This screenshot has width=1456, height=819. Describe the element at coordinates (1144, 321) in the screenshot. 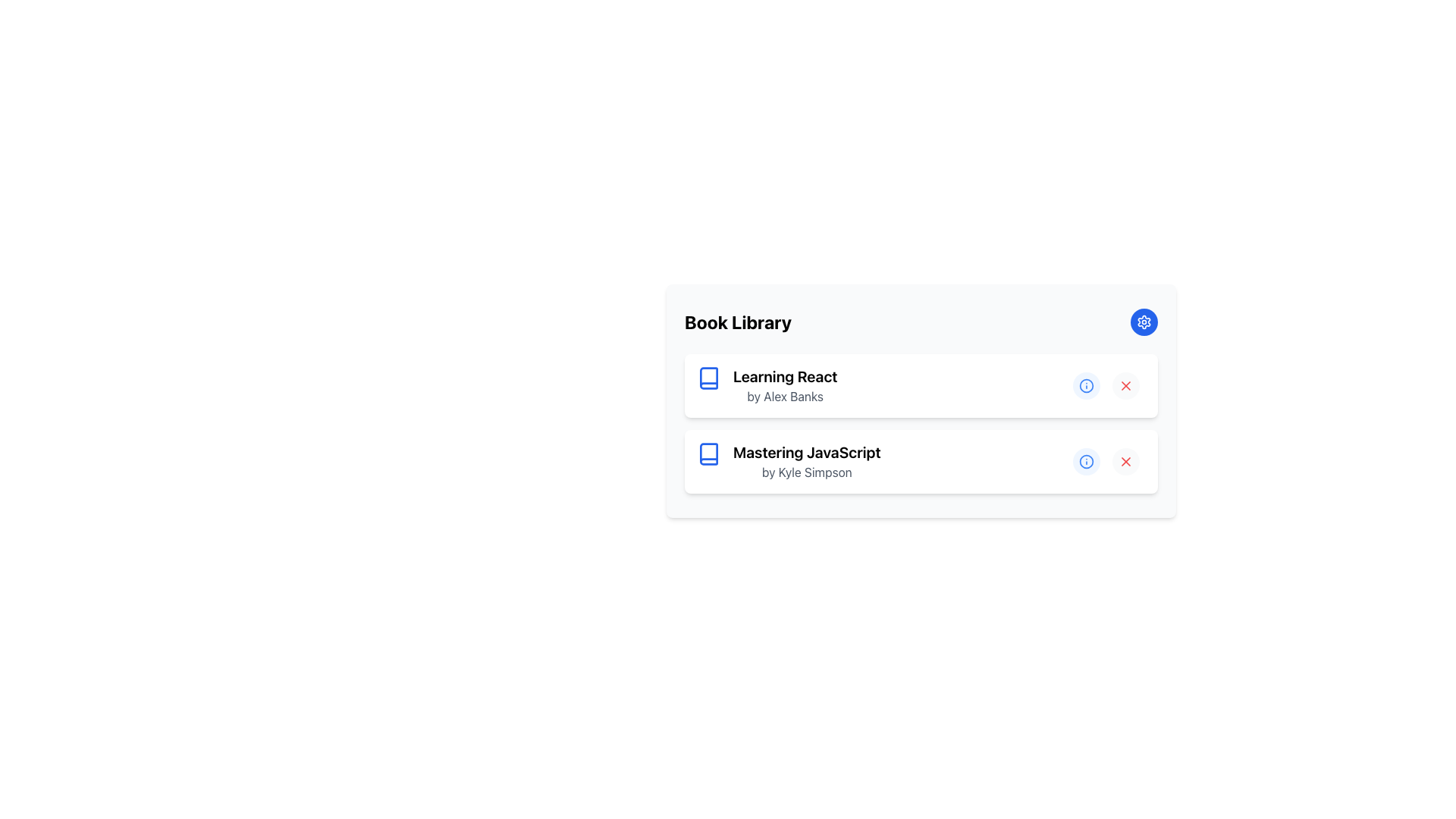

I see `the gear-like icon embedded in the button at the top-right corner of the 'Book Library' section` at that location.